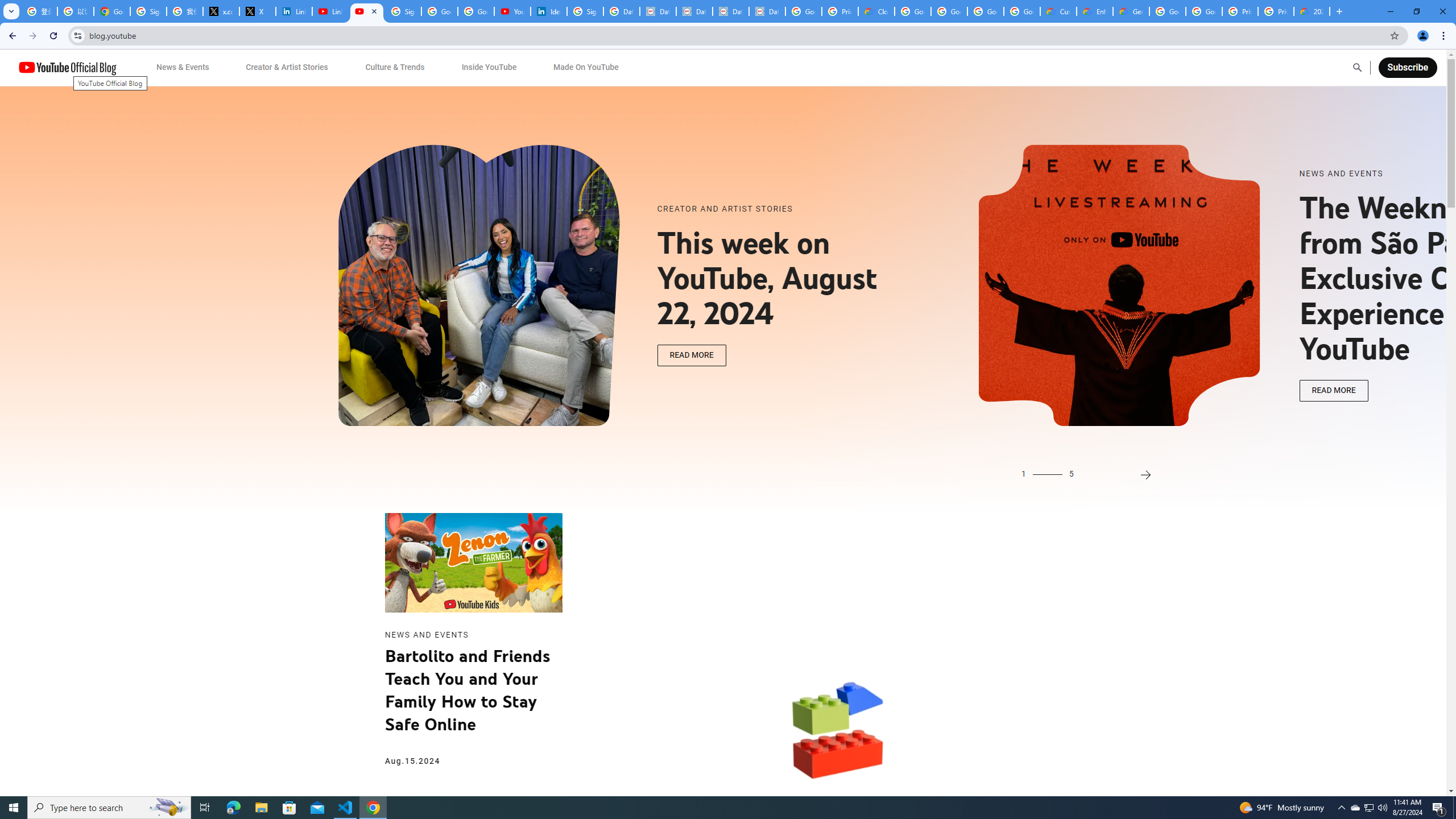 This screenshot has width=1456, height=819. I want to click on 'Cloud Data Processing Addendum | Google Cloud', so click(876, 11).